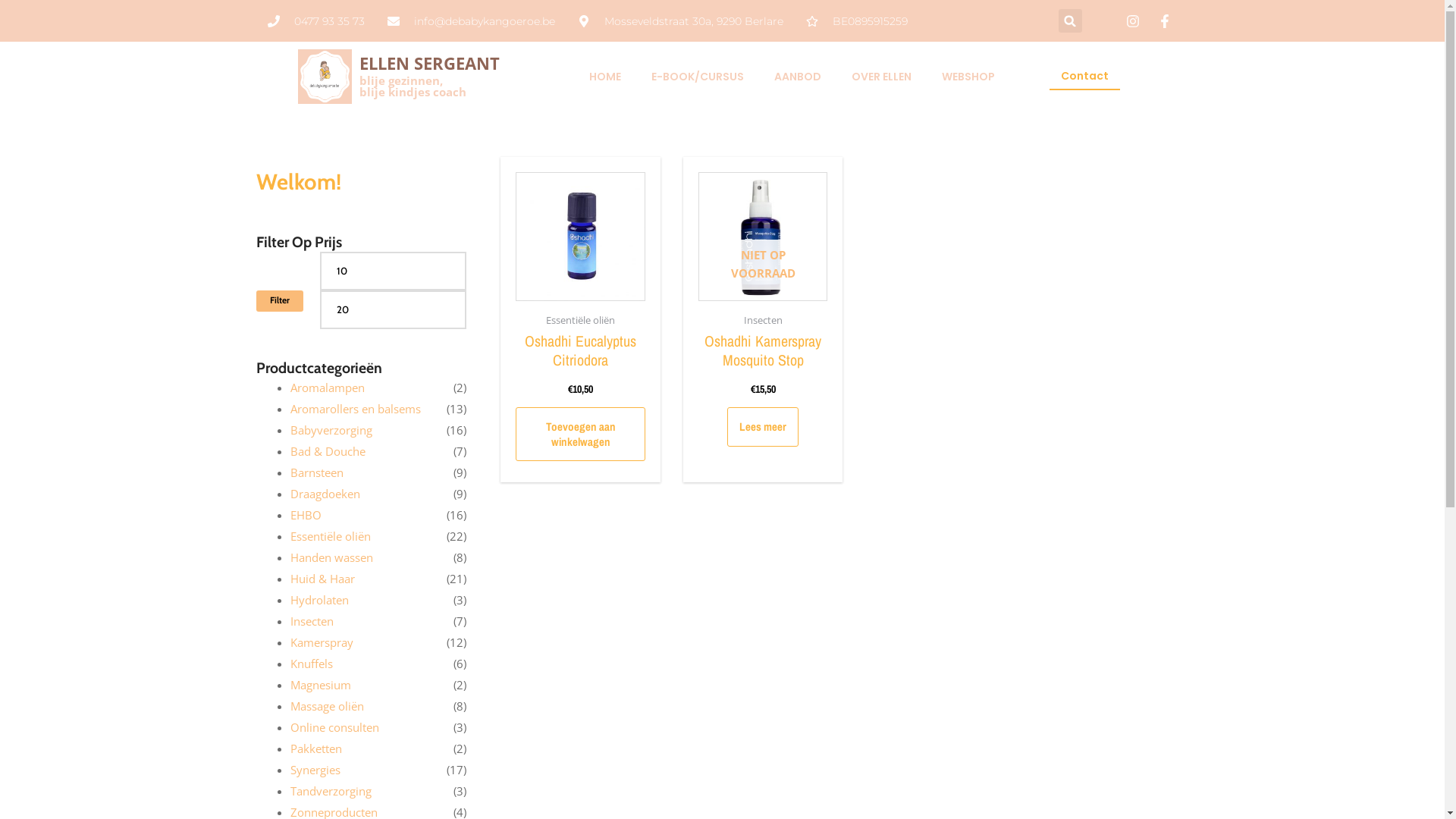 This screenshot has width=1456, height=819. What do you see at coordinates (330, 430) in the screenshot?
I see `'Babyverzorging'` at bounding box center [330, 430].